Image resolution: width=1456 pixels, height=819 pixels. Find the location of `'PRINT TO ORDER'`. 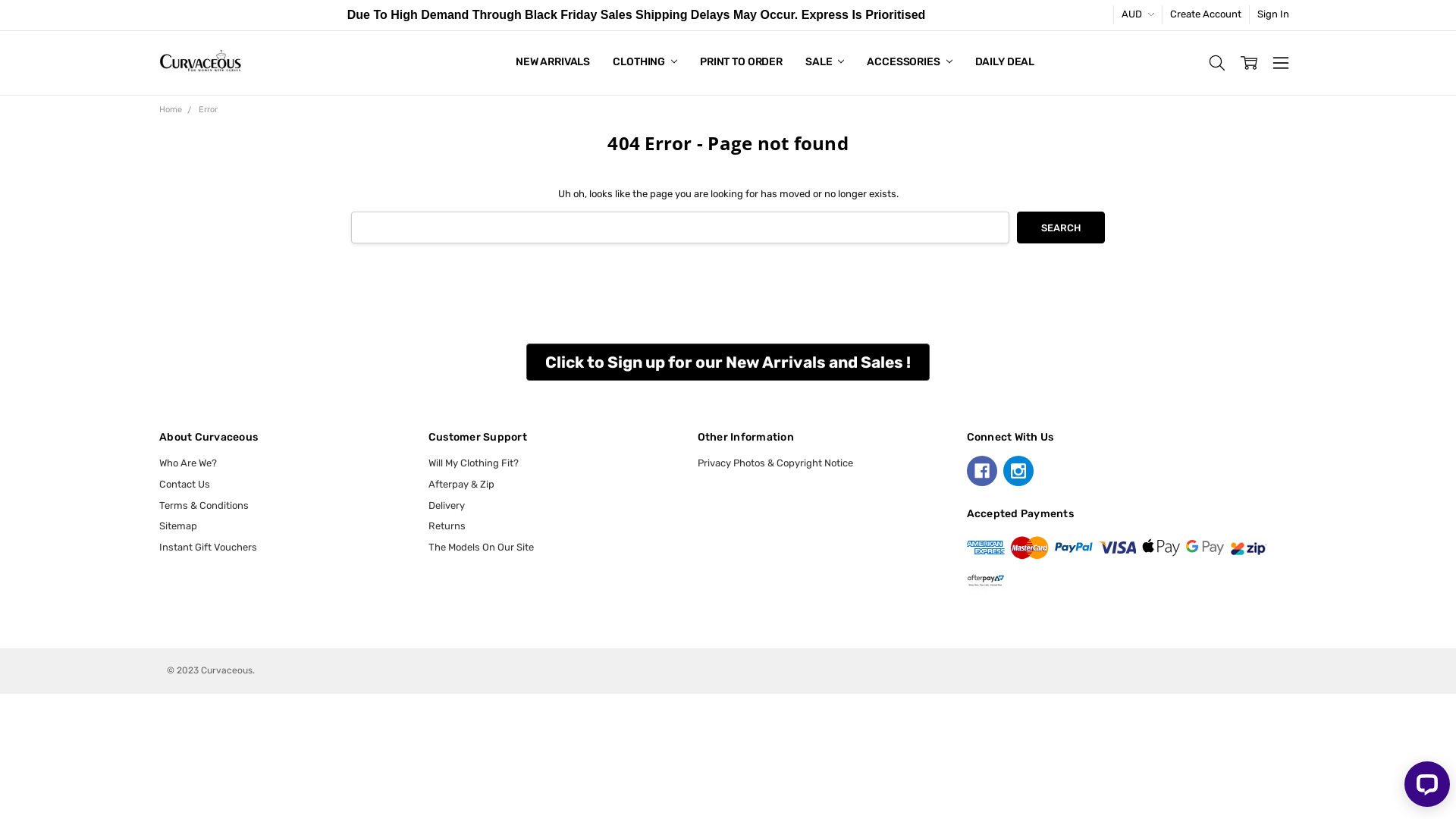

'PRINT TO ORDER' is located at coordinates (741, 62).